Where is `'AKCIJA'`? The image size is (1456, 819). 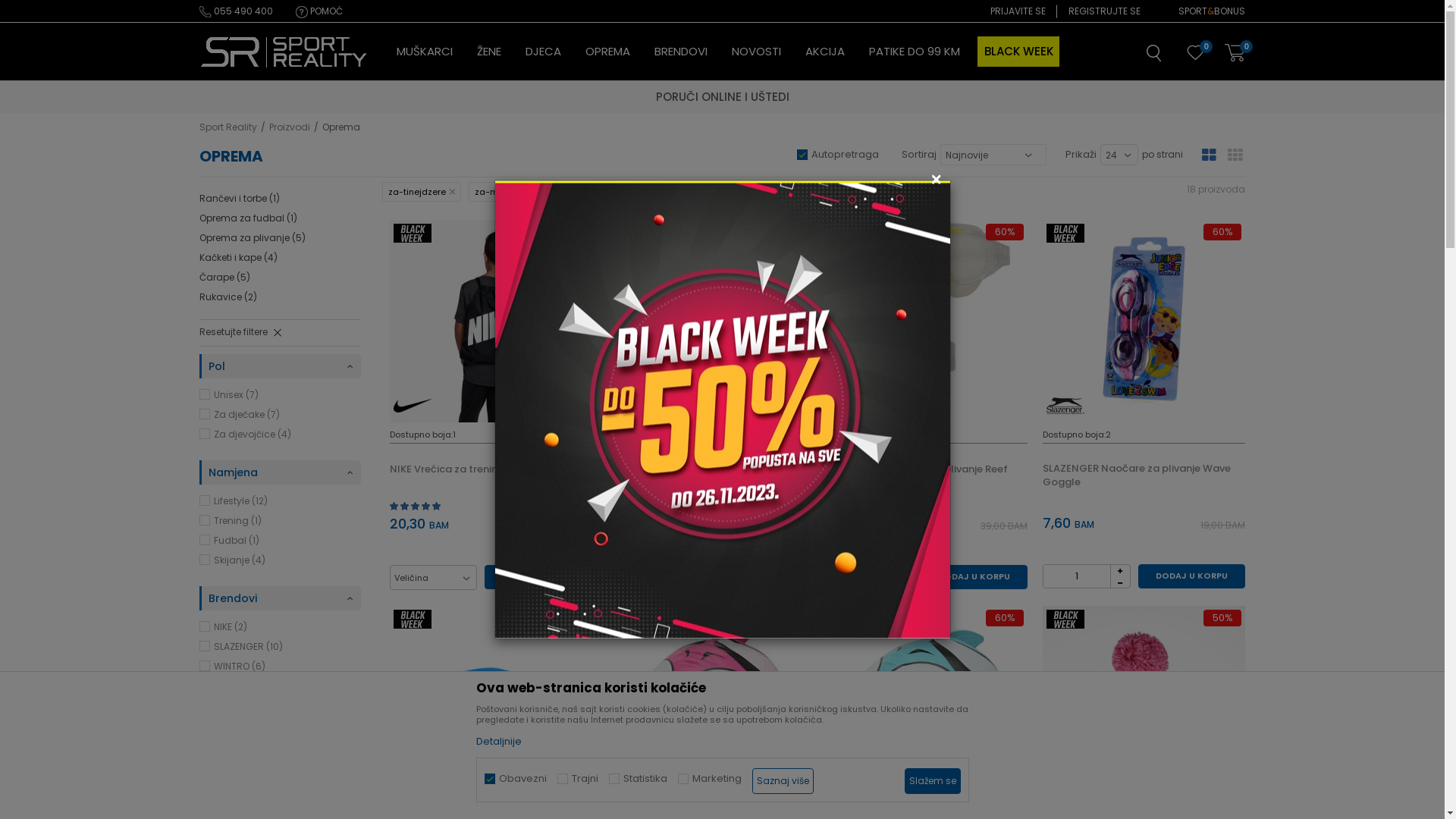
'AKCIJA' is located at coordinates (824, 51).